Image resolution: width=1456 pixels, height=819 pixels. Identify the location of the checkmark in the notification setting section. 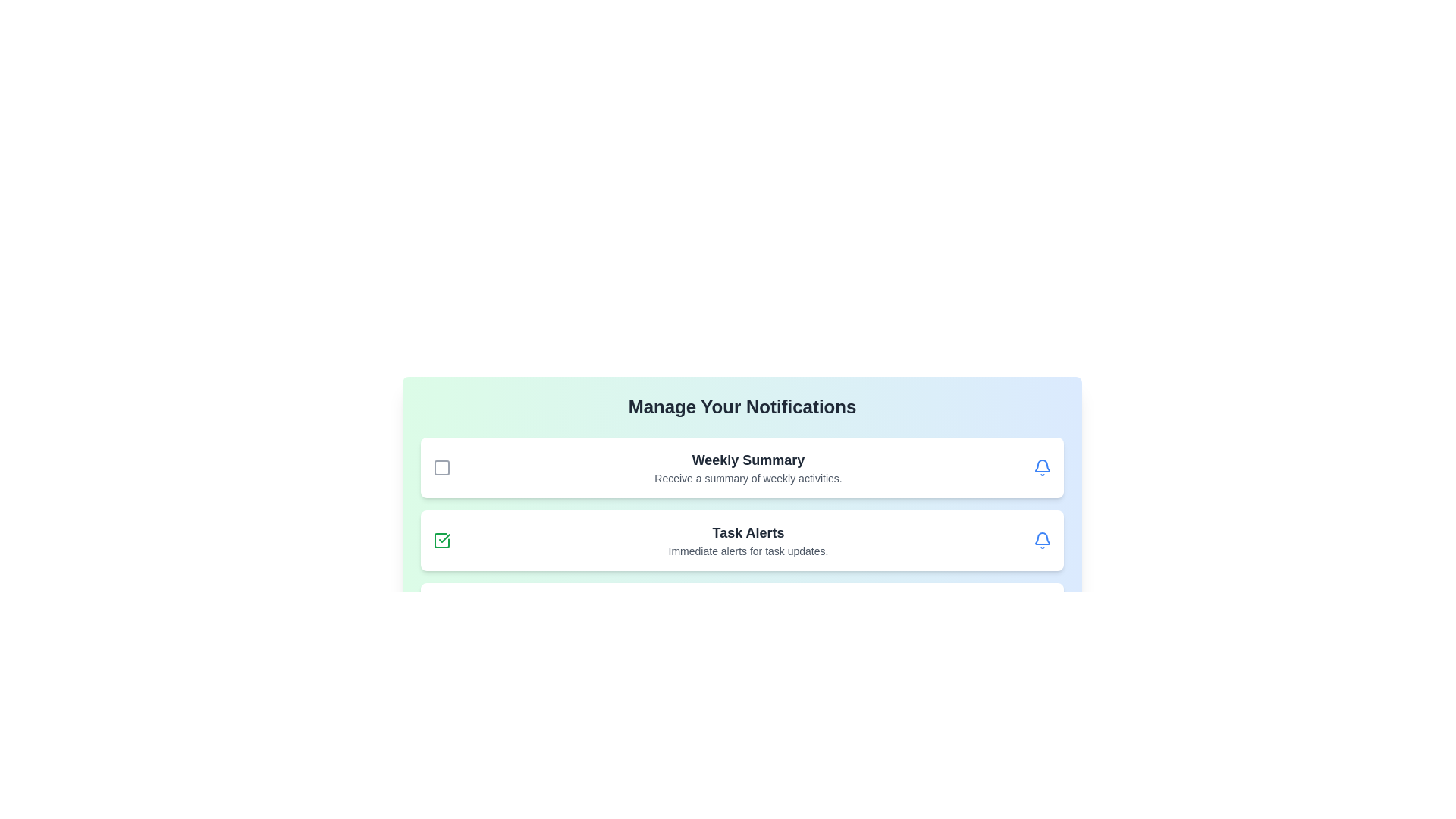
(742, 540).